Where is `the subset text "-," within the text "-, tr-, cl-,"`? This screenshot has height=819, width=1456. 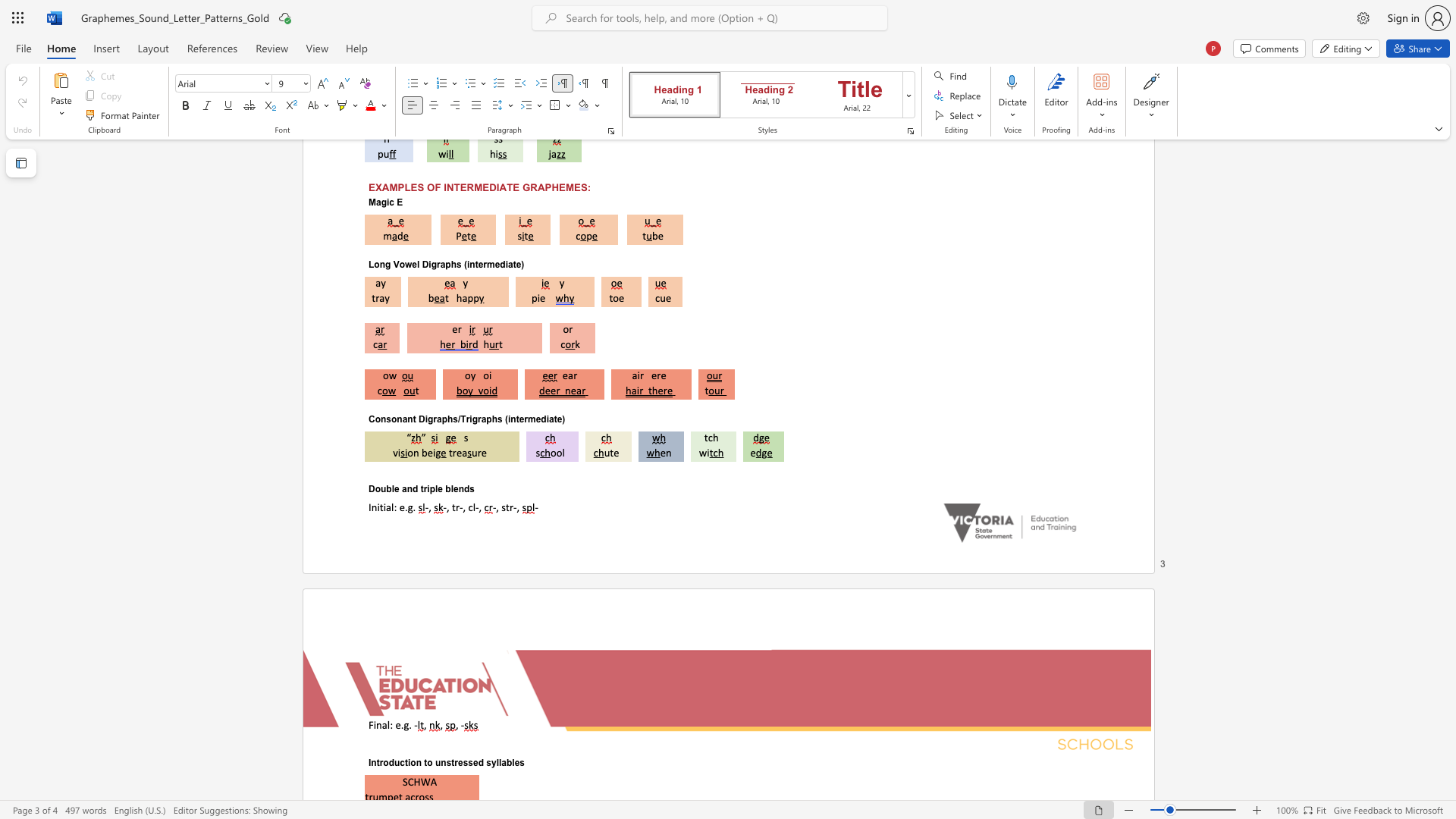
the subset text "-," within the text "-, tr-, cl-," is located at coordinates (442, 507).